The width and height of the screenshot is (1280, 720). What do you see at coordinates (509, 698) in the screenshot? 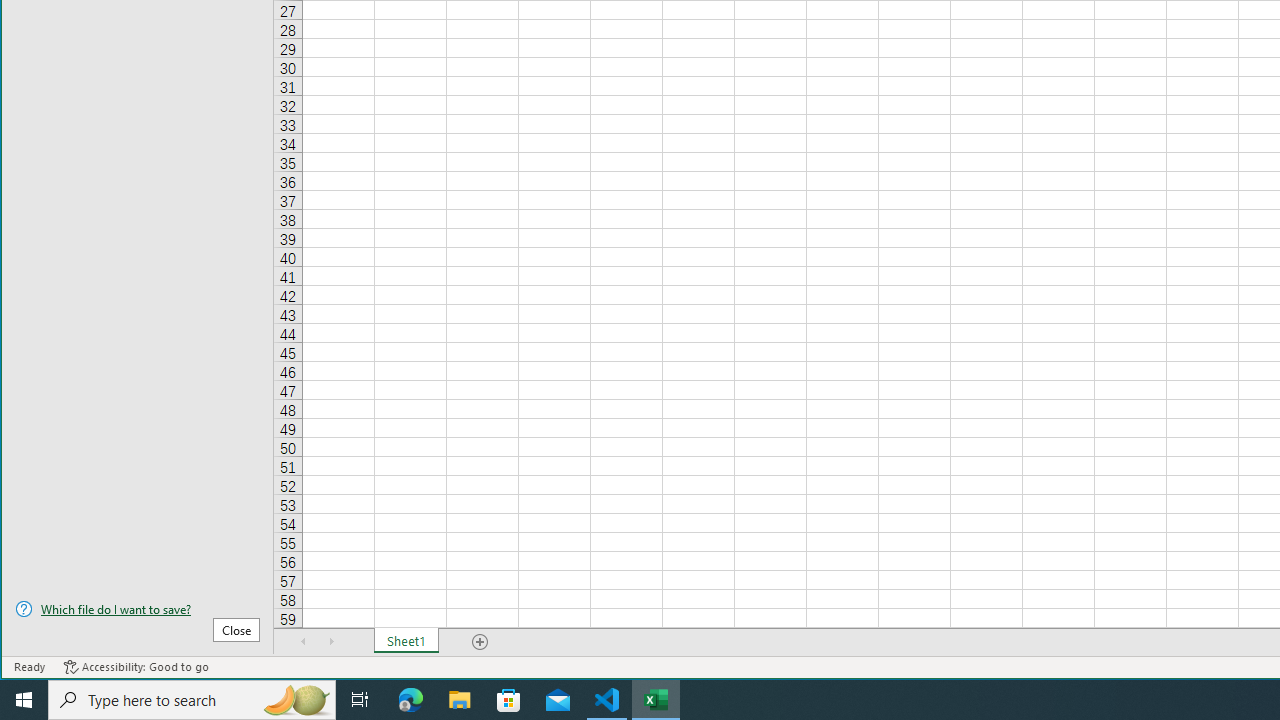
I see `'Microsoft Store'` at bounding box center [509, 698].